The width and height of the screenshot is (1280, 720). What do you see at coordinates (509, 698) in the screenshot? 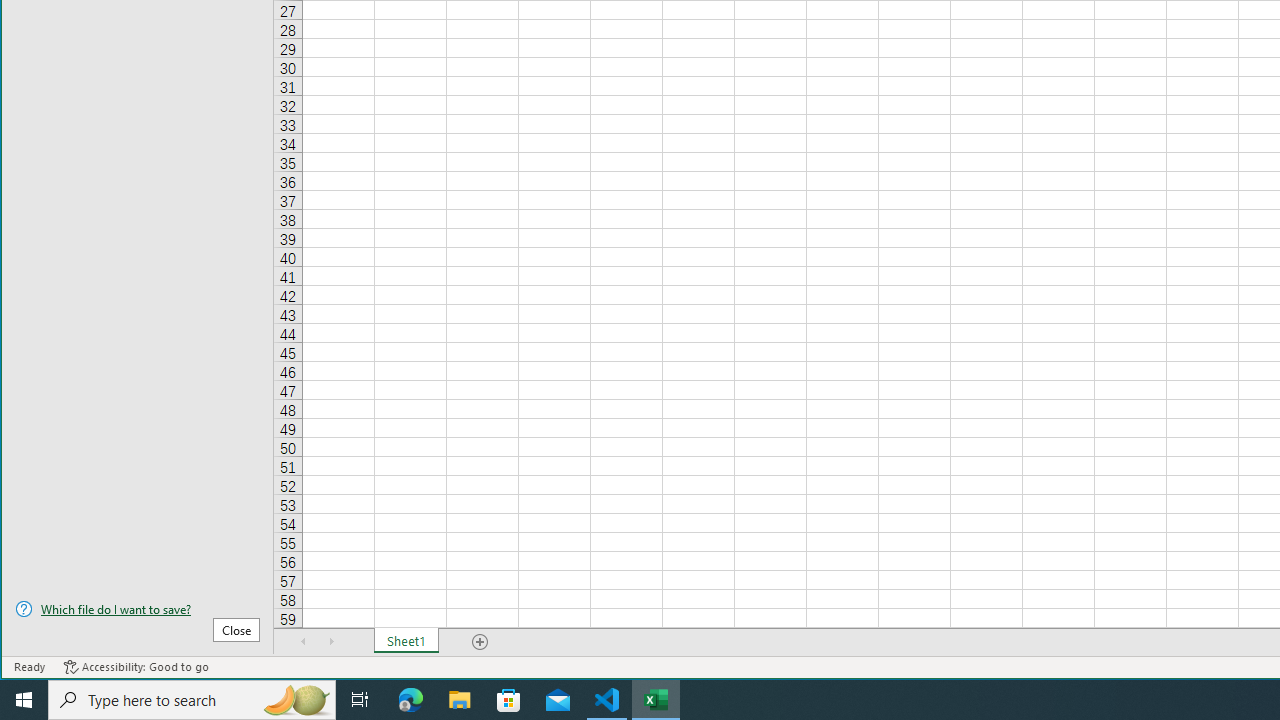
I see `'Microsoft Store'` at bounding box center [509, 698].